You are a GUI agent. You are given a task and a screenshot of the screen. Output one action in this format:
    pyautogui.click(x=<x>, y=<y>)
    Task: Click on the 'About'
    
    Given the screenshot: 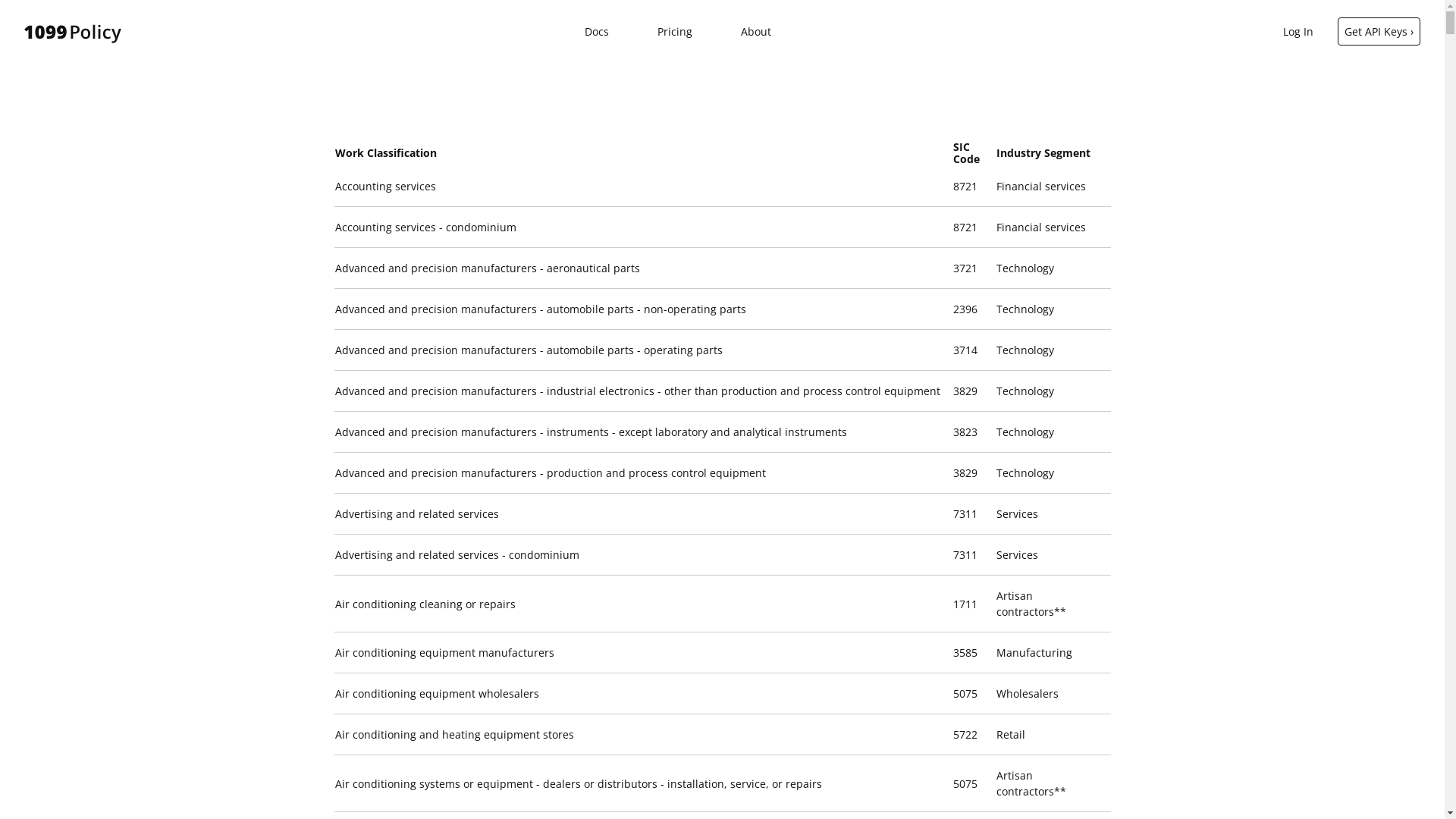 What is the action you would take?
    pyautogui.click(x=756, y=31)
    